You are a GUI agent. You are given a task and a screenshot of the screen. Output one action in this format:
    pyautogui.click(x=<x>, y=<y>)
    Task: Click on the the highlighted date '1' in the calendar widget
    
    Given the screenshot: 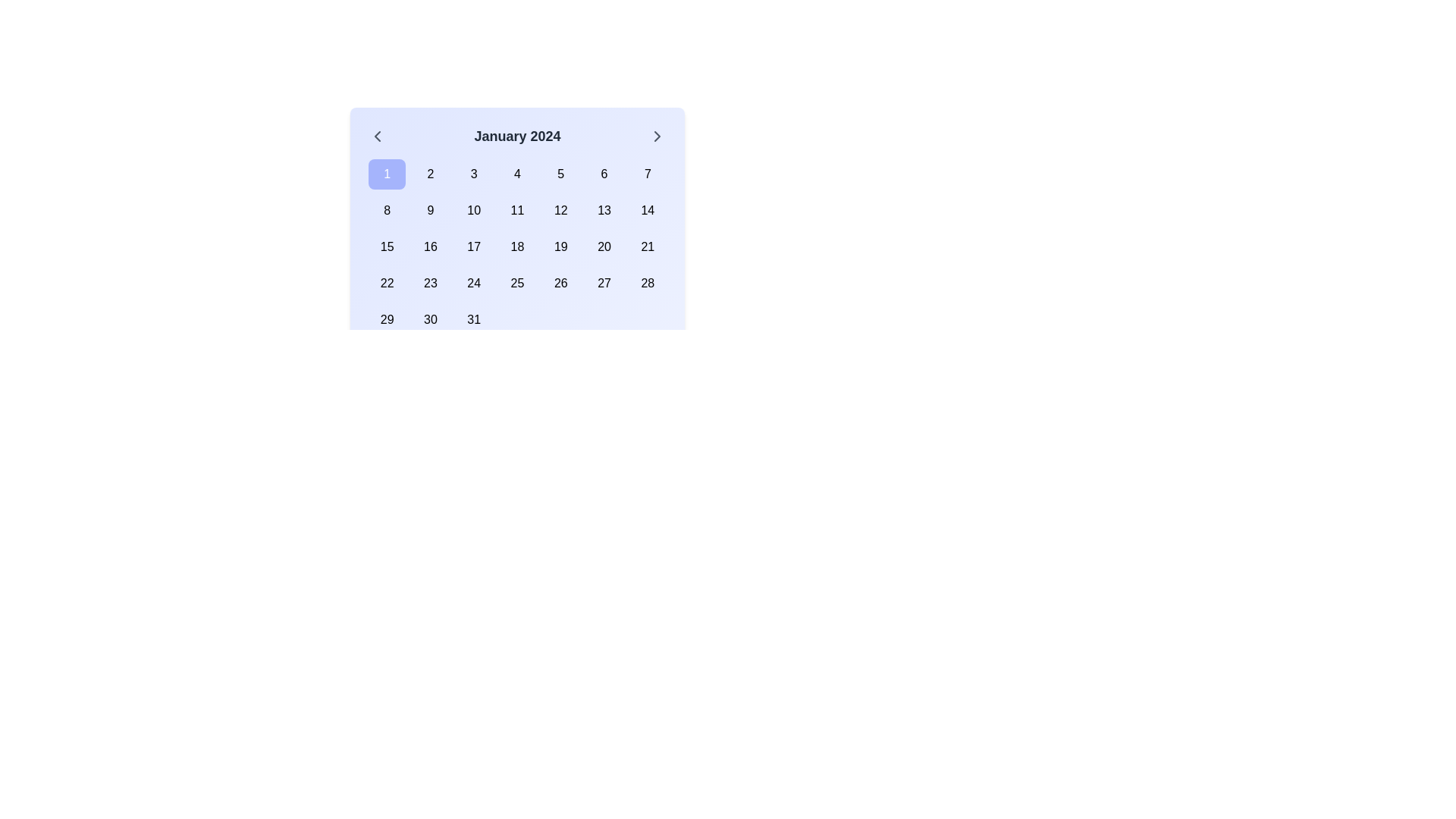 What is the action you would take?
    pyautogui.click(x=517, y=209)
    